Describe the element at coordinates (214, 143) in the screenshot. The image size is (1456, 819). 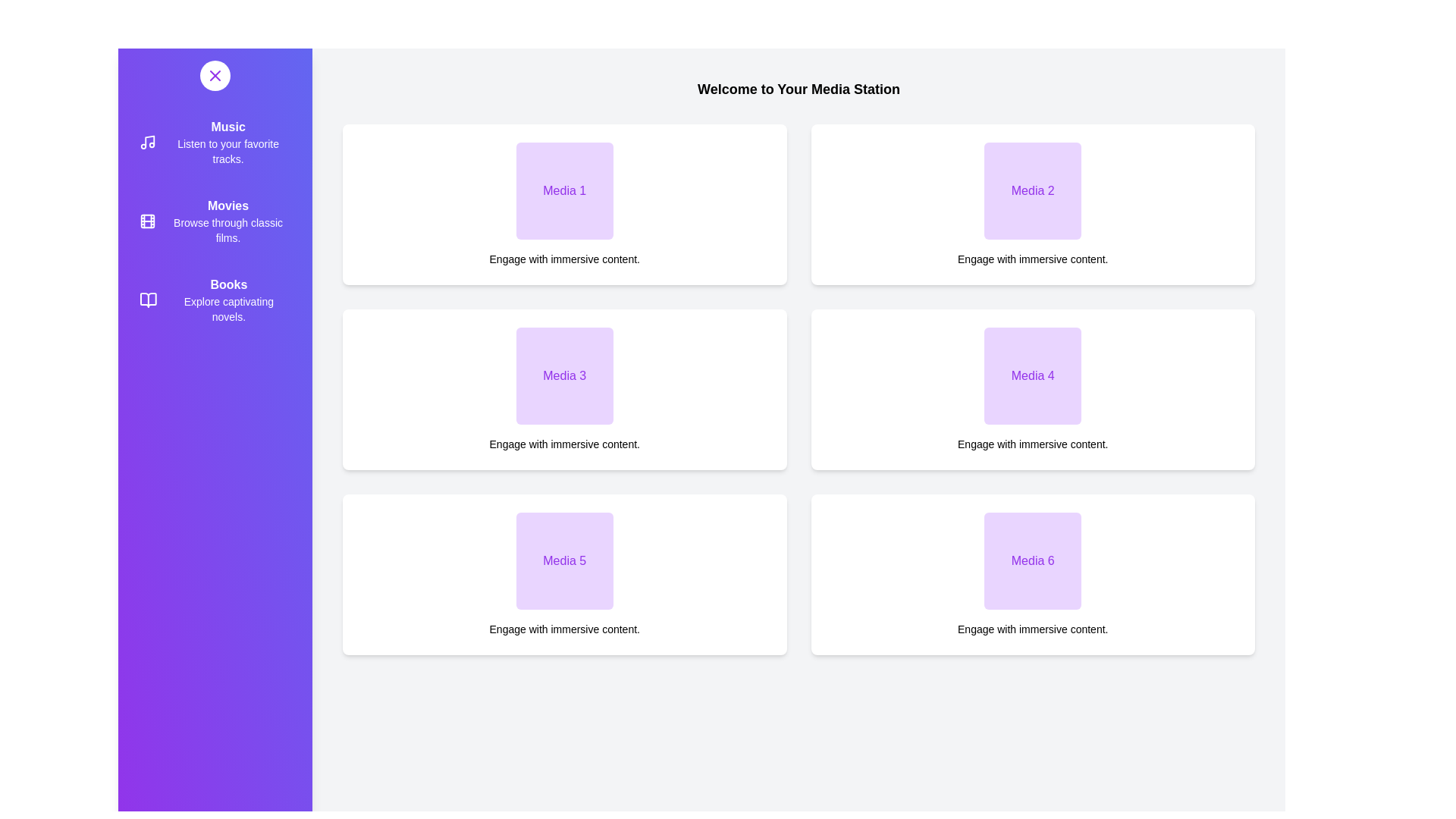
I see `the media category Music to view its description` at that location.